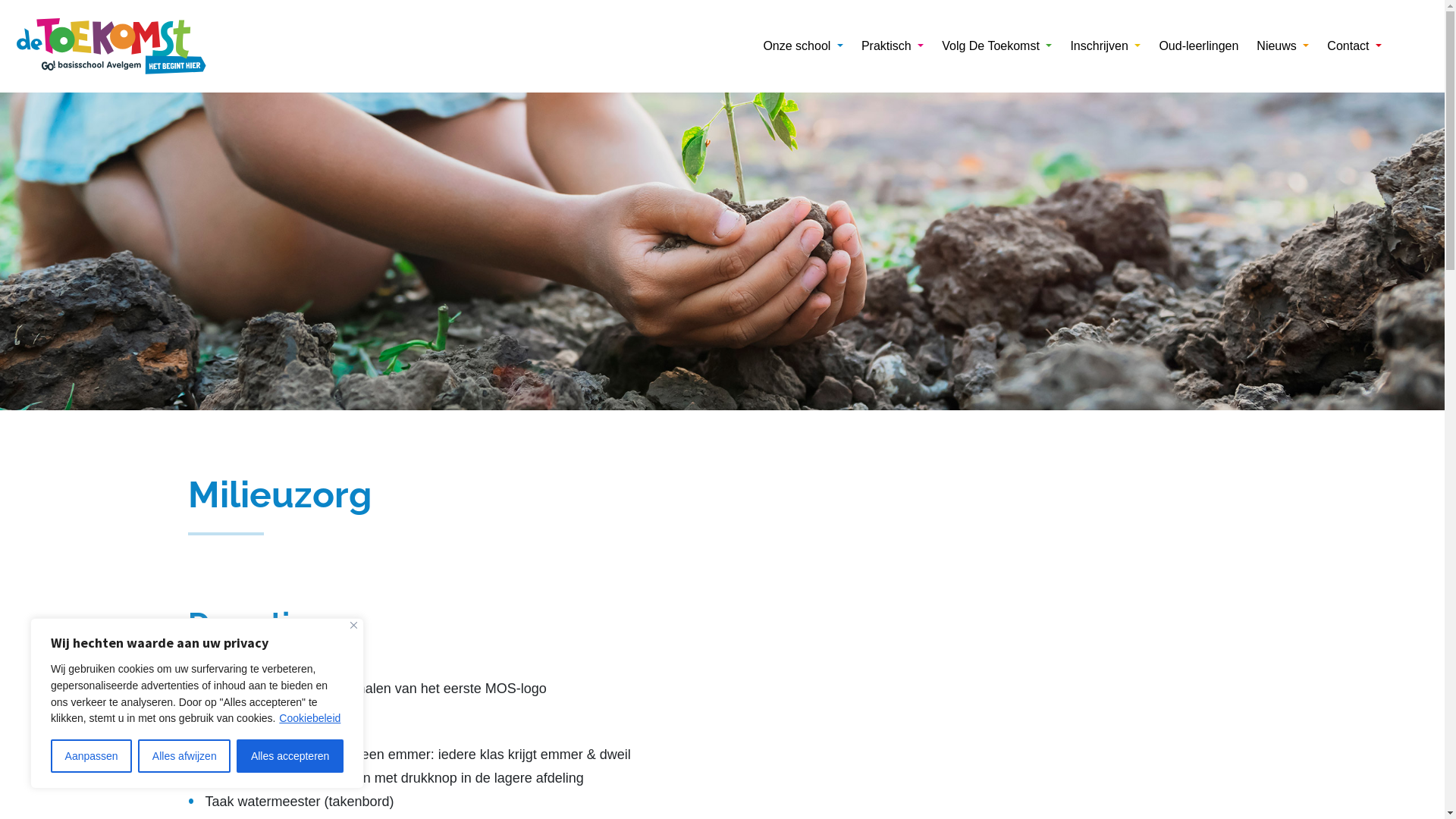  I want to click on 'Oud-leerlingen', so click(1197, 45).